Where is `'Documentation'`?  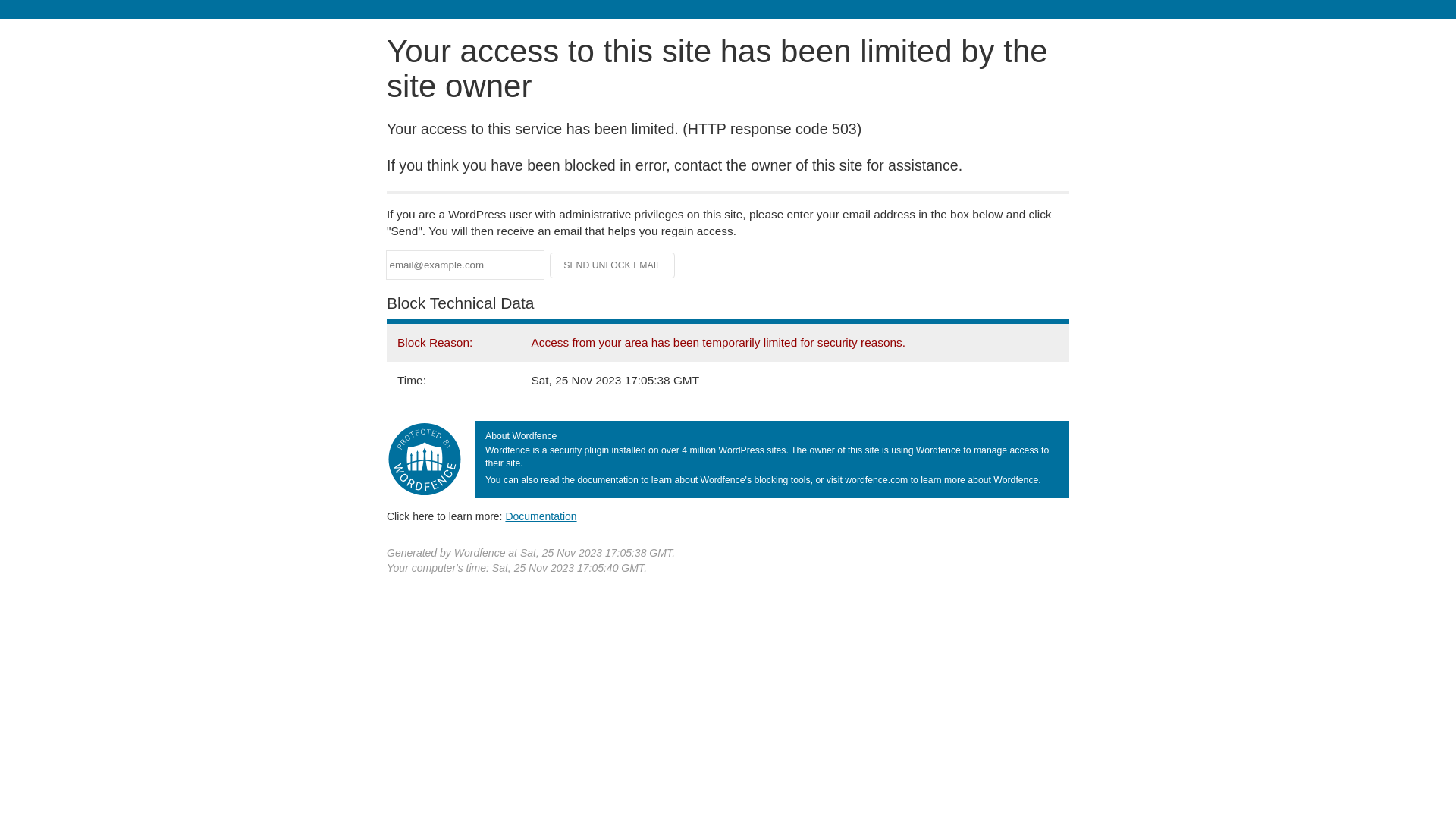 'Documentation' is located at coordinates (505, 516).